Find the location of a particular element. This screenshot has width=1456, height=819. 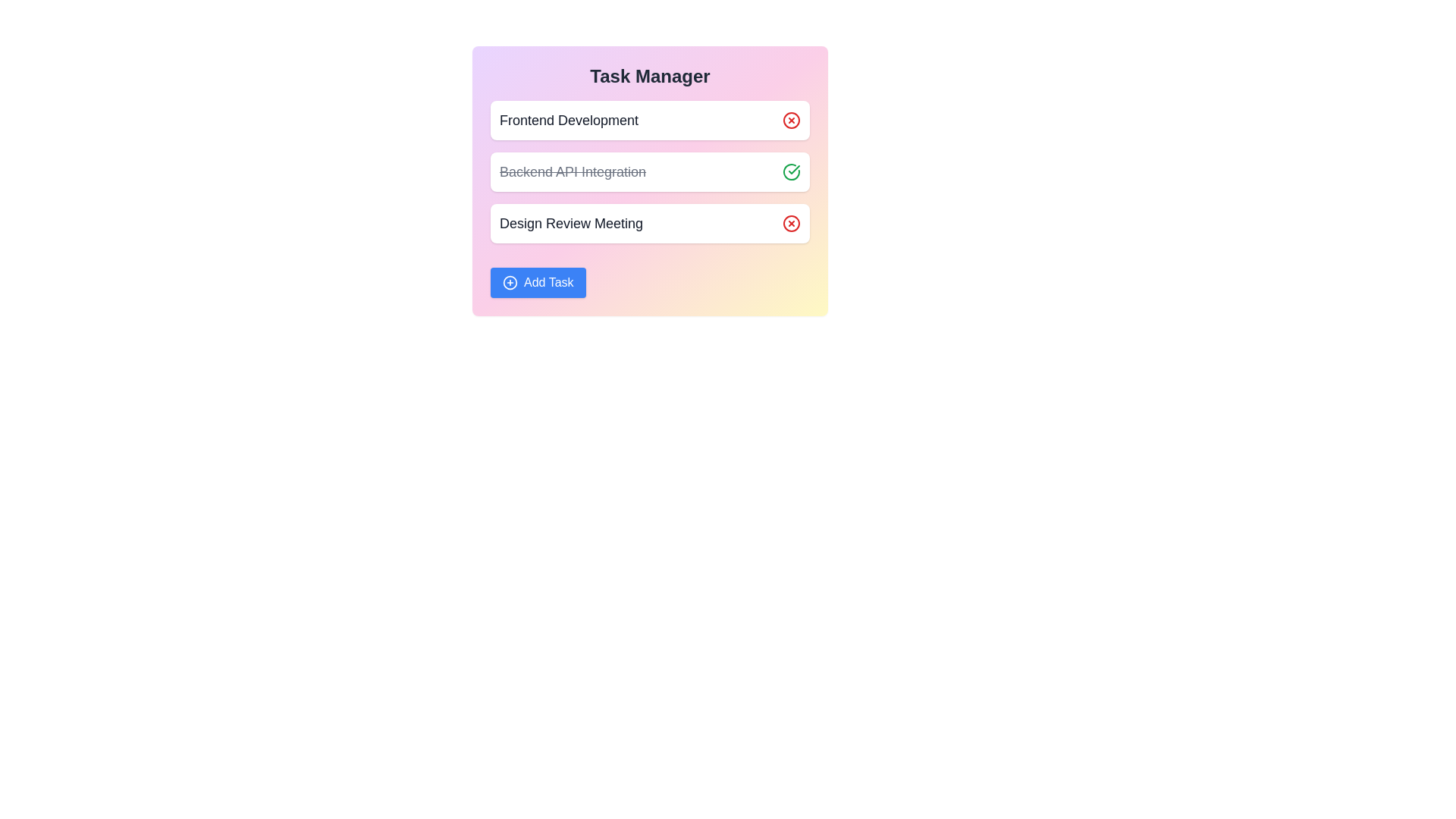

the 'X' icon associated with the task 'Frontend Development' is located at coordinates (790, 119).